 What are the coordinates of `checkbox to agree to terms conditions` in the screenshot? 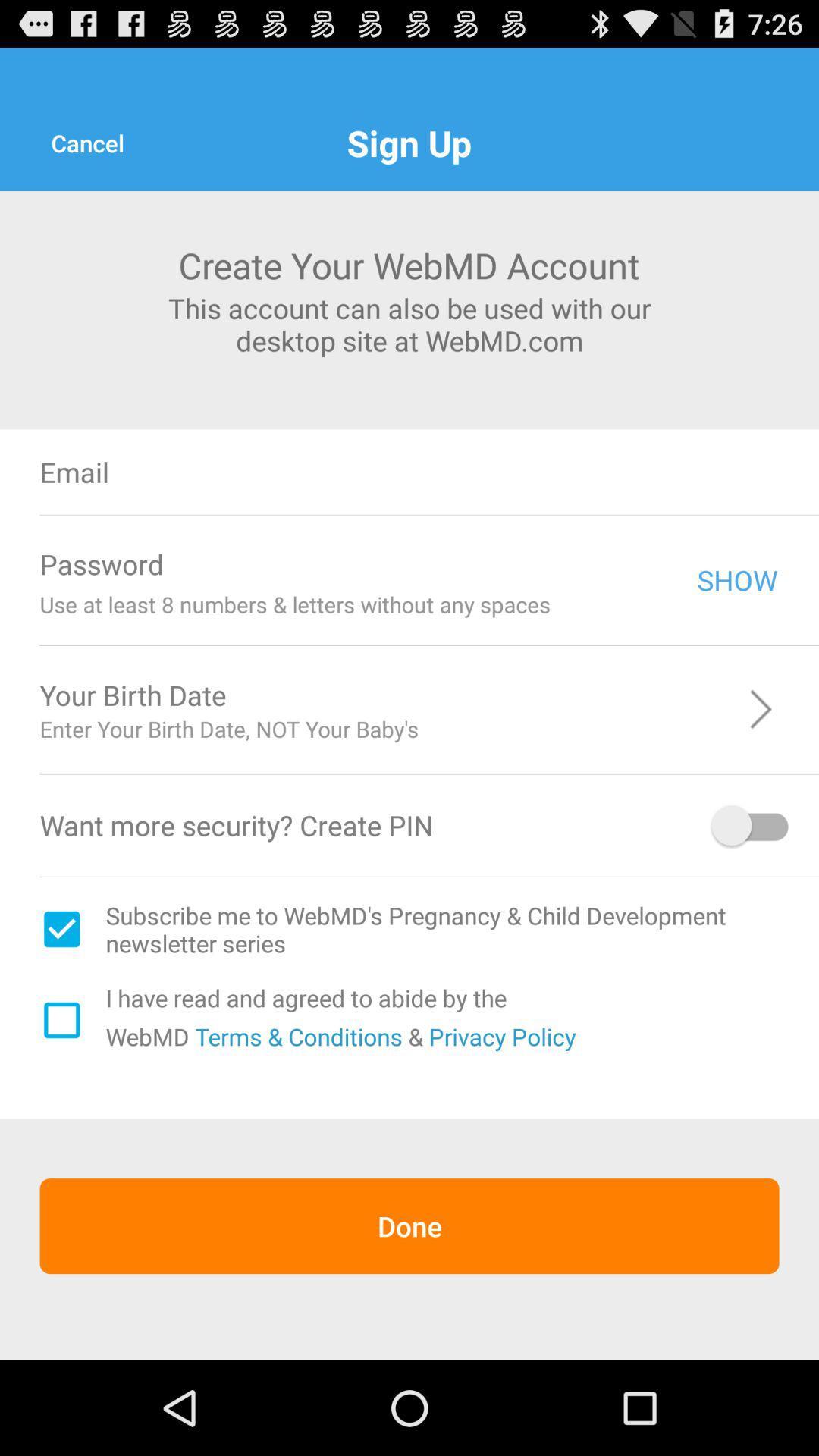 It's located at (61, 1020).